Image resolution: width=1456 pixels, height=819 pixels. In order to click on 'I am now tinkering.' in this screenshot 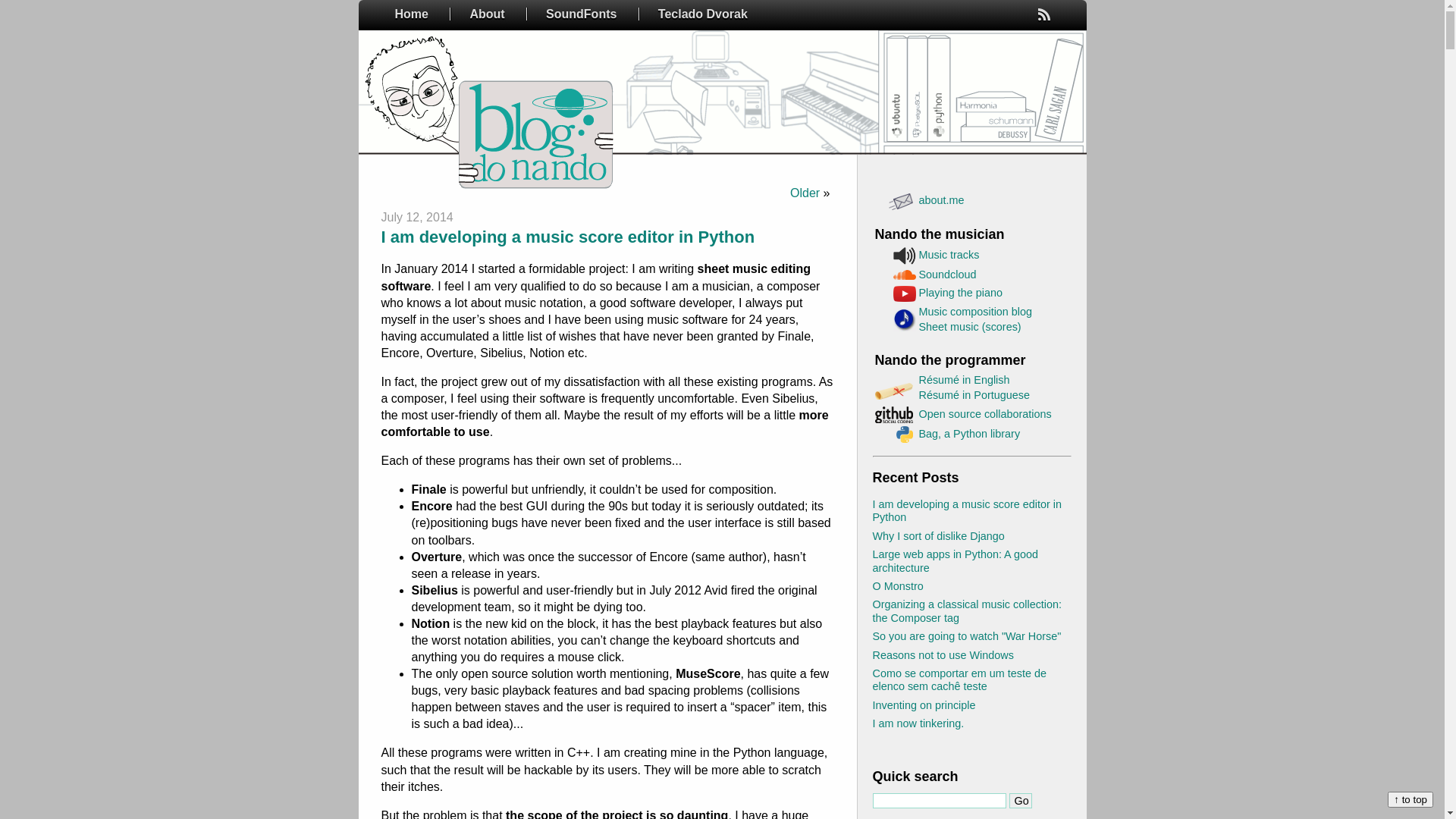, I will do `click(917, 722)`.